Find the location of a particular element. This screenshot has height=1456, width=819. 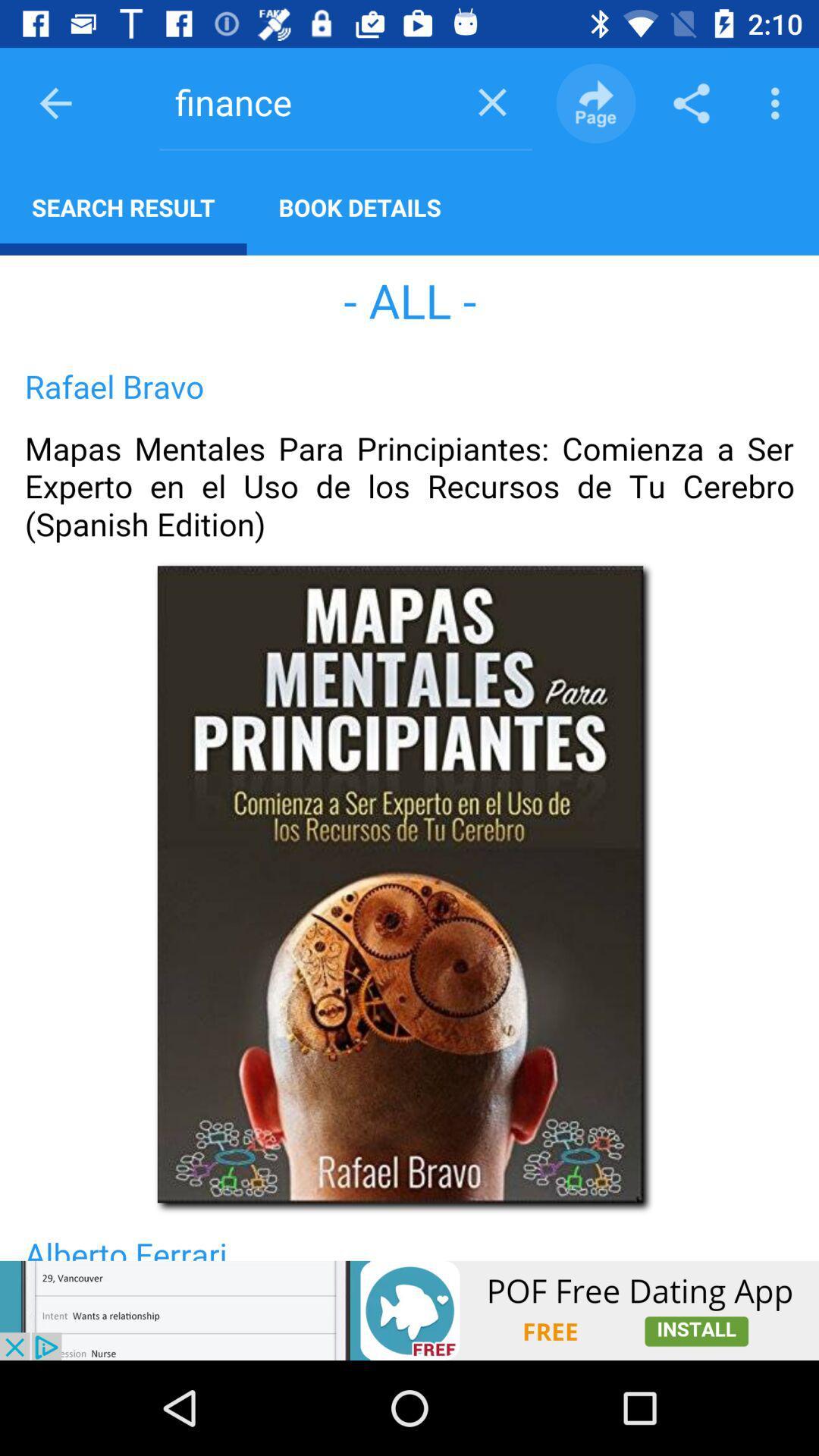

the close icon is located at coordinates (492, 101).